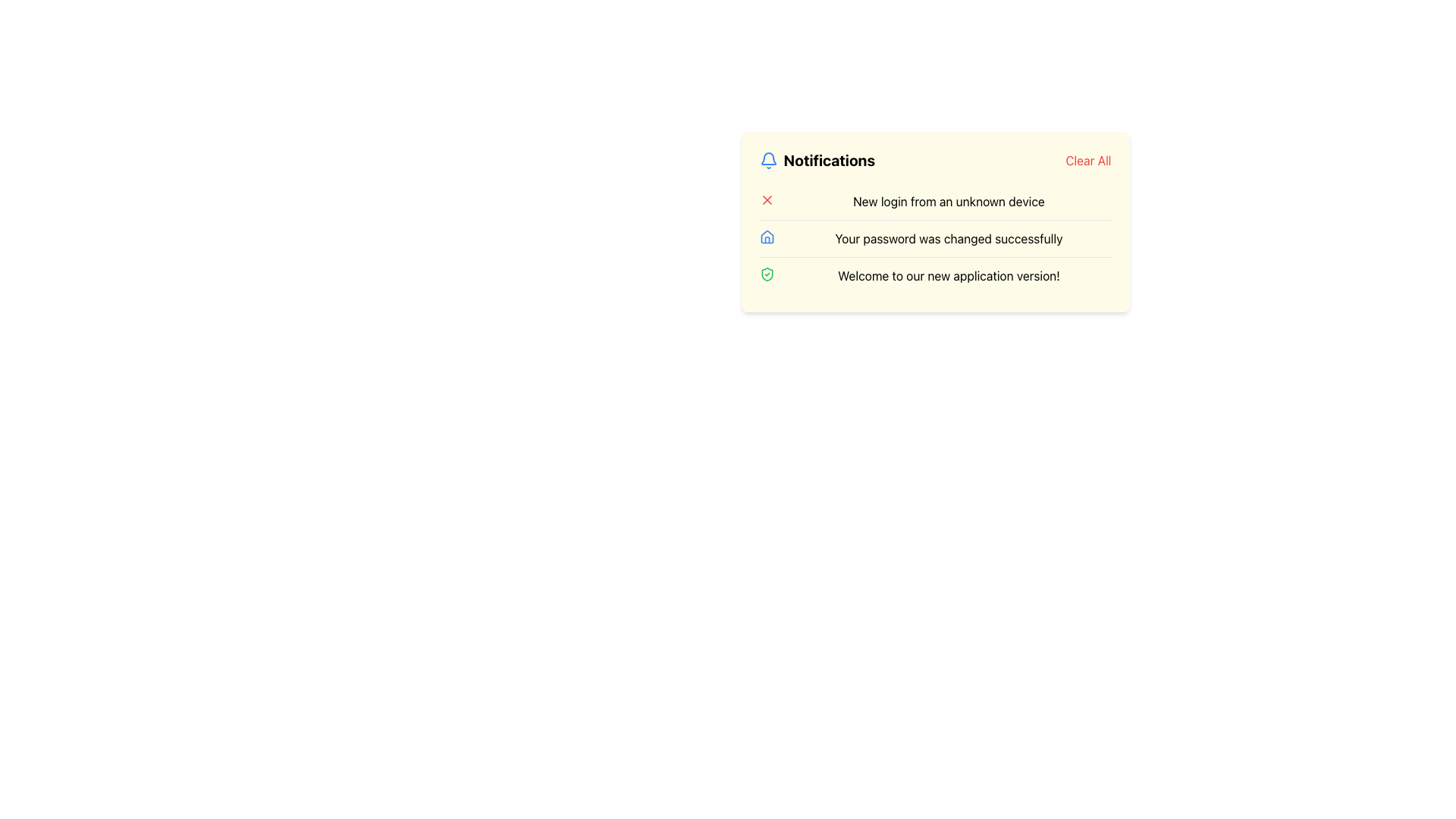 This screenshot has height=819, width=1456. What do you see at coordinates (948, 275) in the screenshot?
I see `the text element displaying 'Welcome to our new application version!' in the Notifications panel` at bounding box center [948, 275].